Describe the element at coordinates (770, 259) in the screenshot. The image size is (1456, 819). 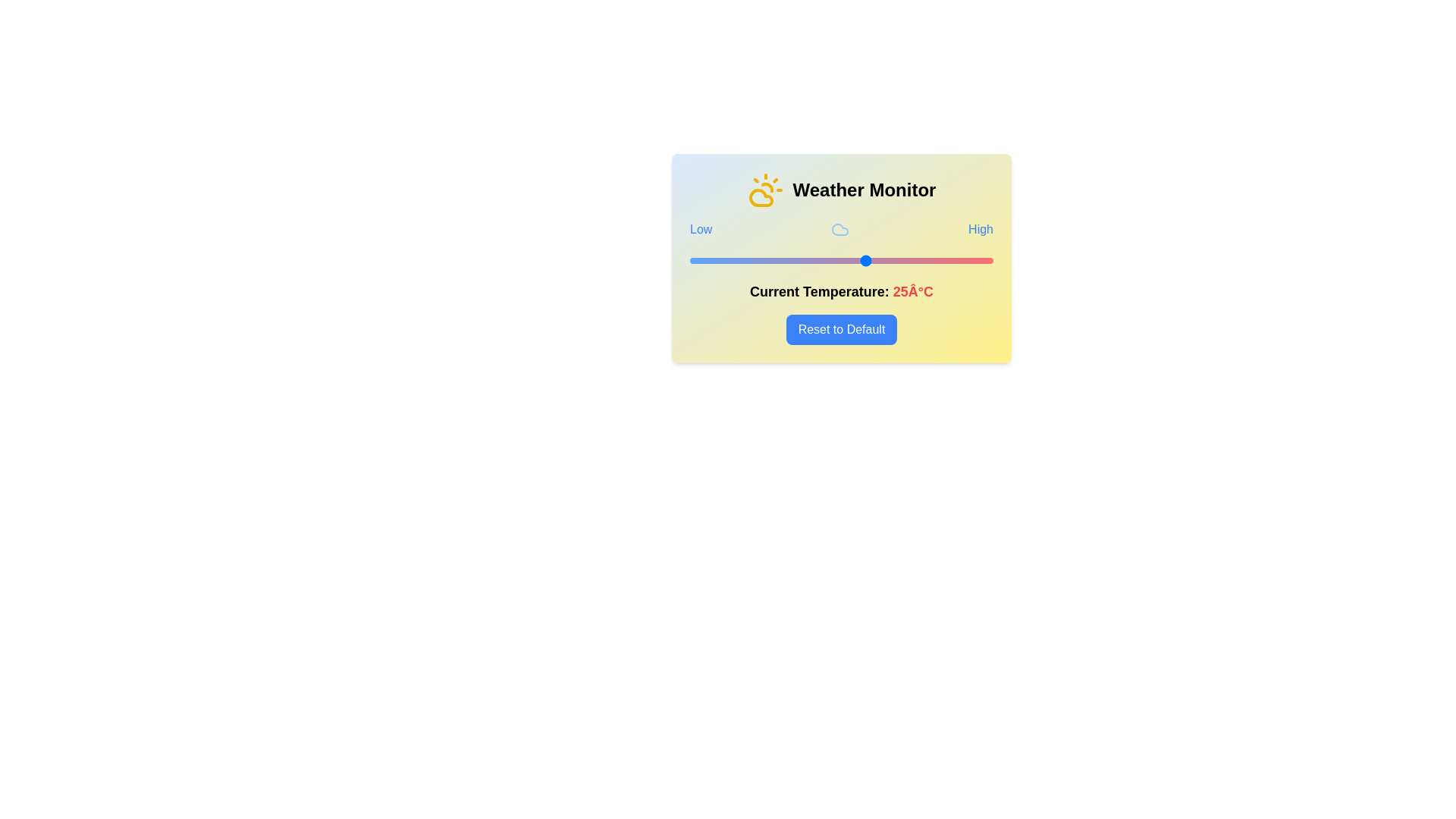
I see `the temperature to 6°C using the slider` at that location.